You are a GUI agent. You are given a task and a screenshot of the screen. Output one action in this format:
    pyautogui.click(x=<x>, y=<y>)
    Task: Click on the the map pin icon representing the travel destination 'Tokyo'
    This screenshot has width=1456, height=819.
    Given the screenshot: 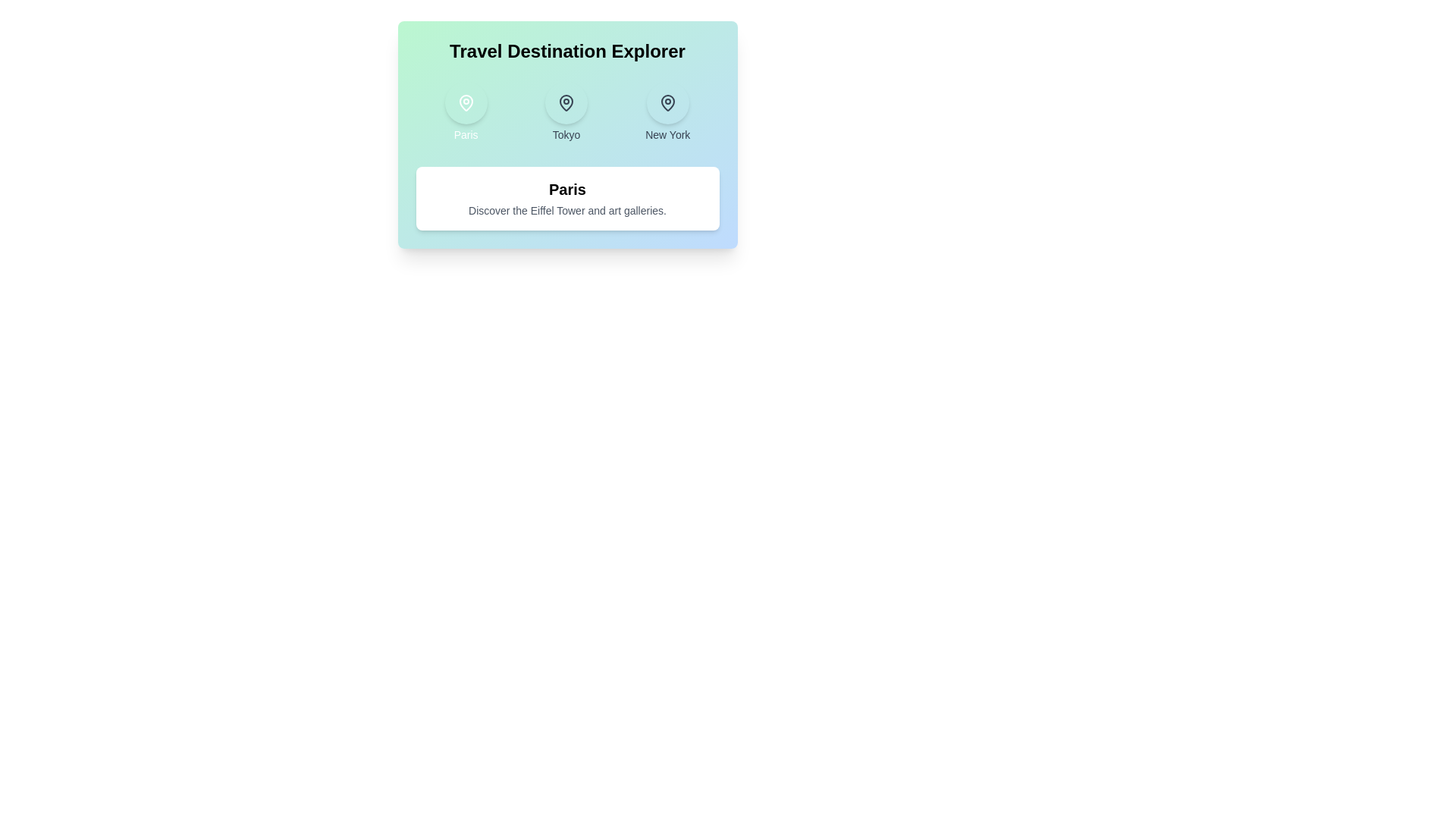 What is the action you would take?
    pyautogui.click(x=565, y=102)
    